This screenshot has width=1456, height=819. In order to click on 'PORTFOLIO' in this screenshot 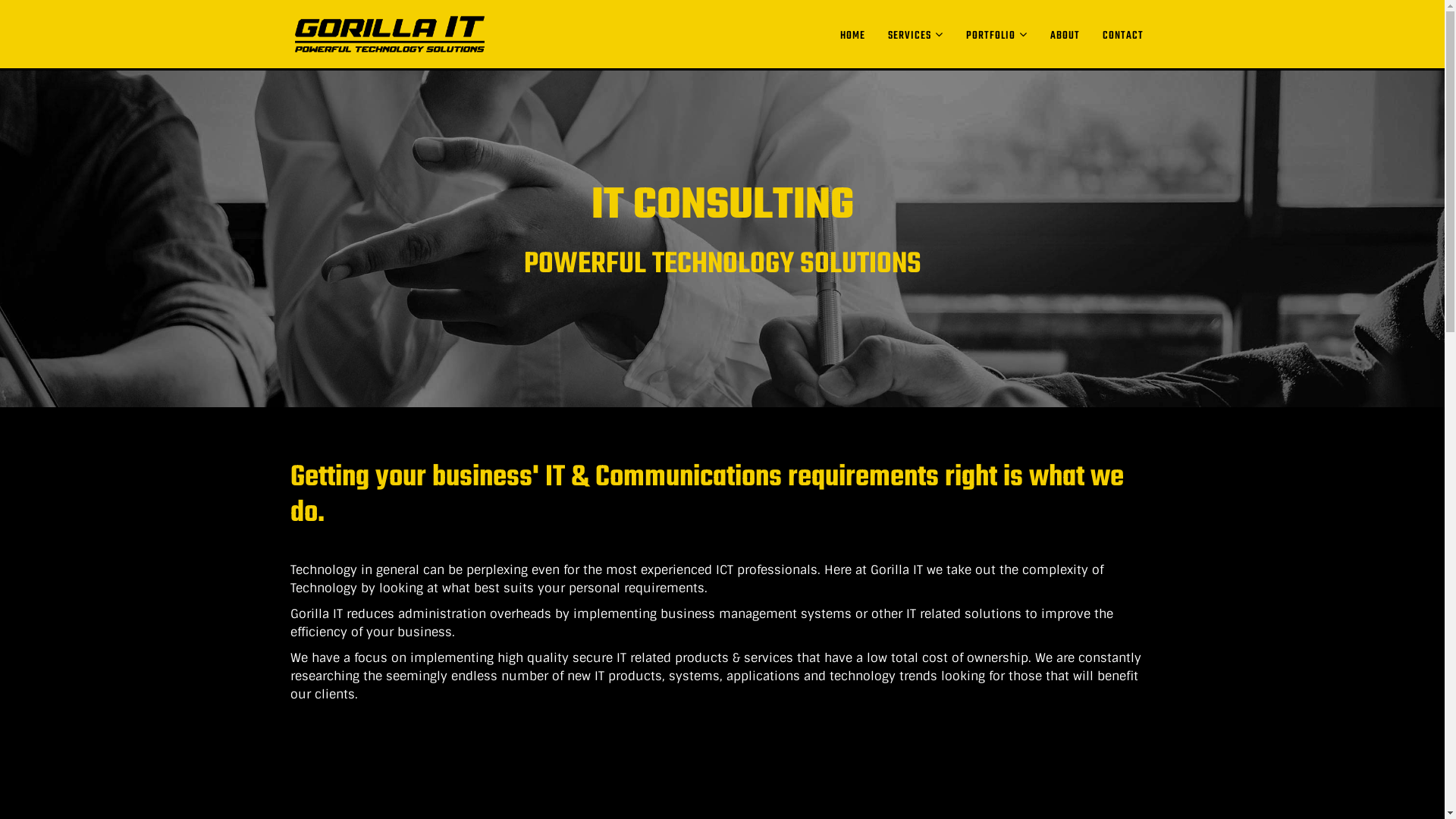, I will do `click(996, 34)`.